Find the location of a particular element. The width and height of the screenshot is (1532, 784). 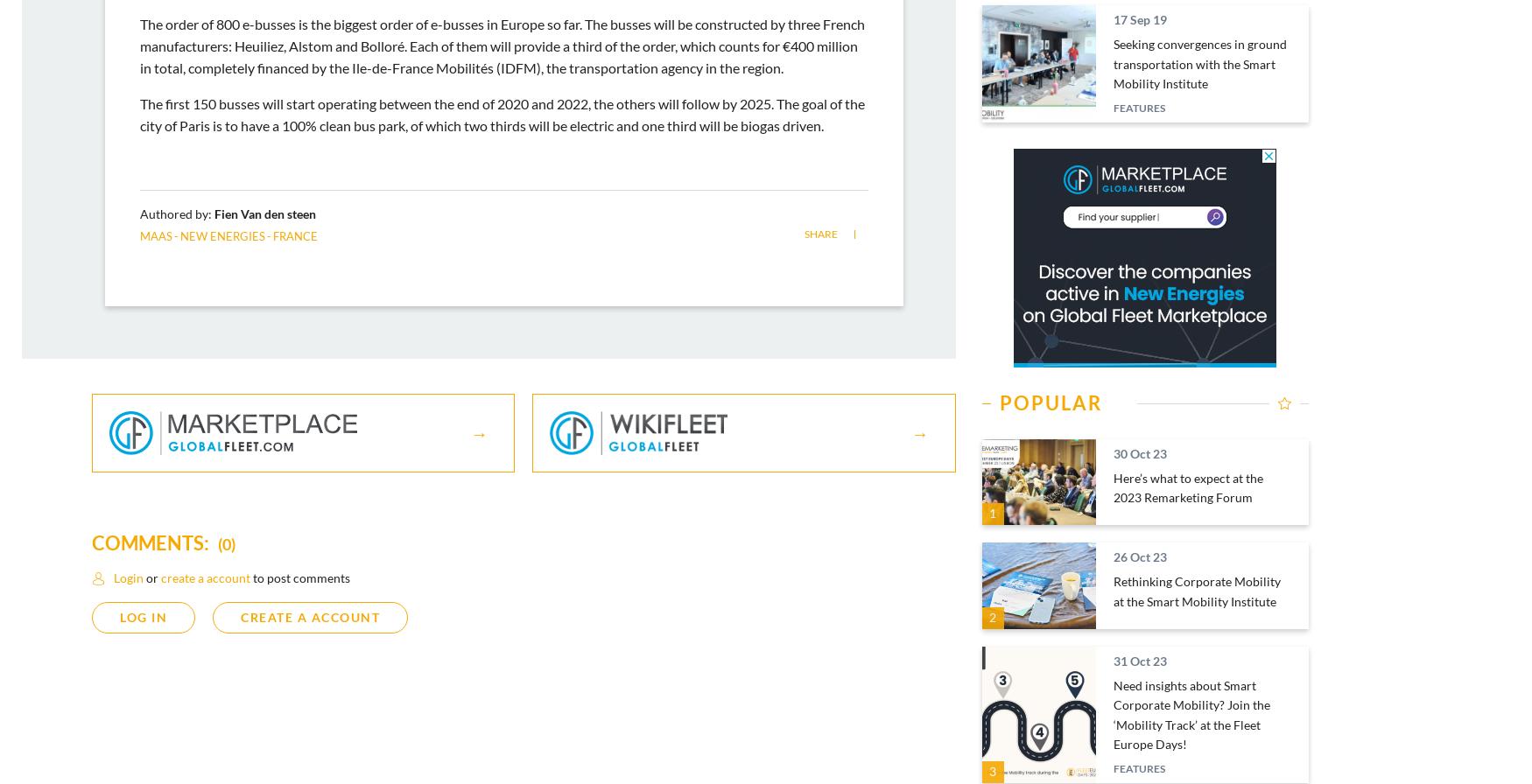

'create a account' is located at coordinates (206, 577).